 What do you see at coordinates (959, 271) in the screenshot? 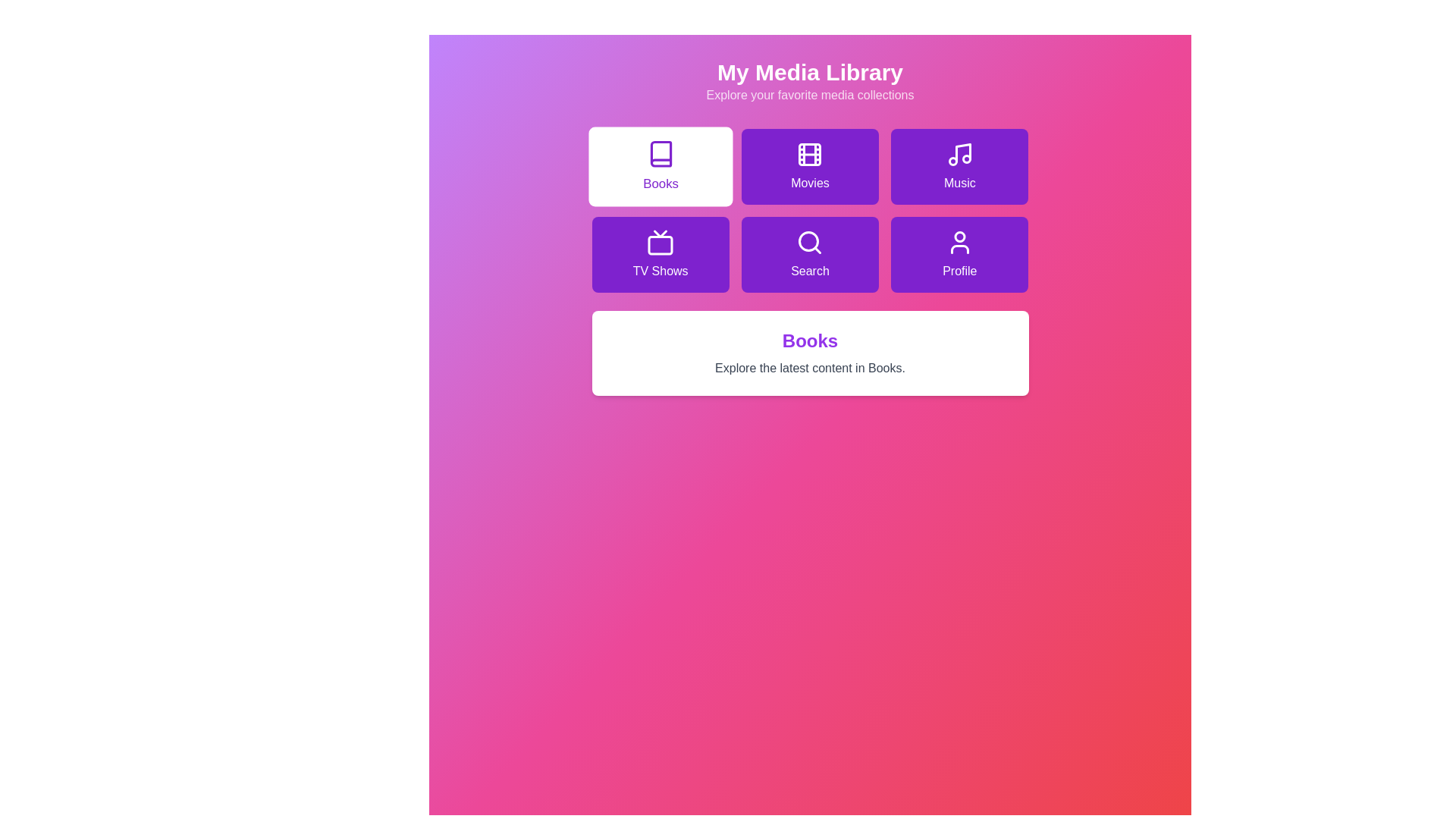
I see `text label of the 'Profile' button located in the lower-right corner of the button grid` at bounding box center [959, 271].